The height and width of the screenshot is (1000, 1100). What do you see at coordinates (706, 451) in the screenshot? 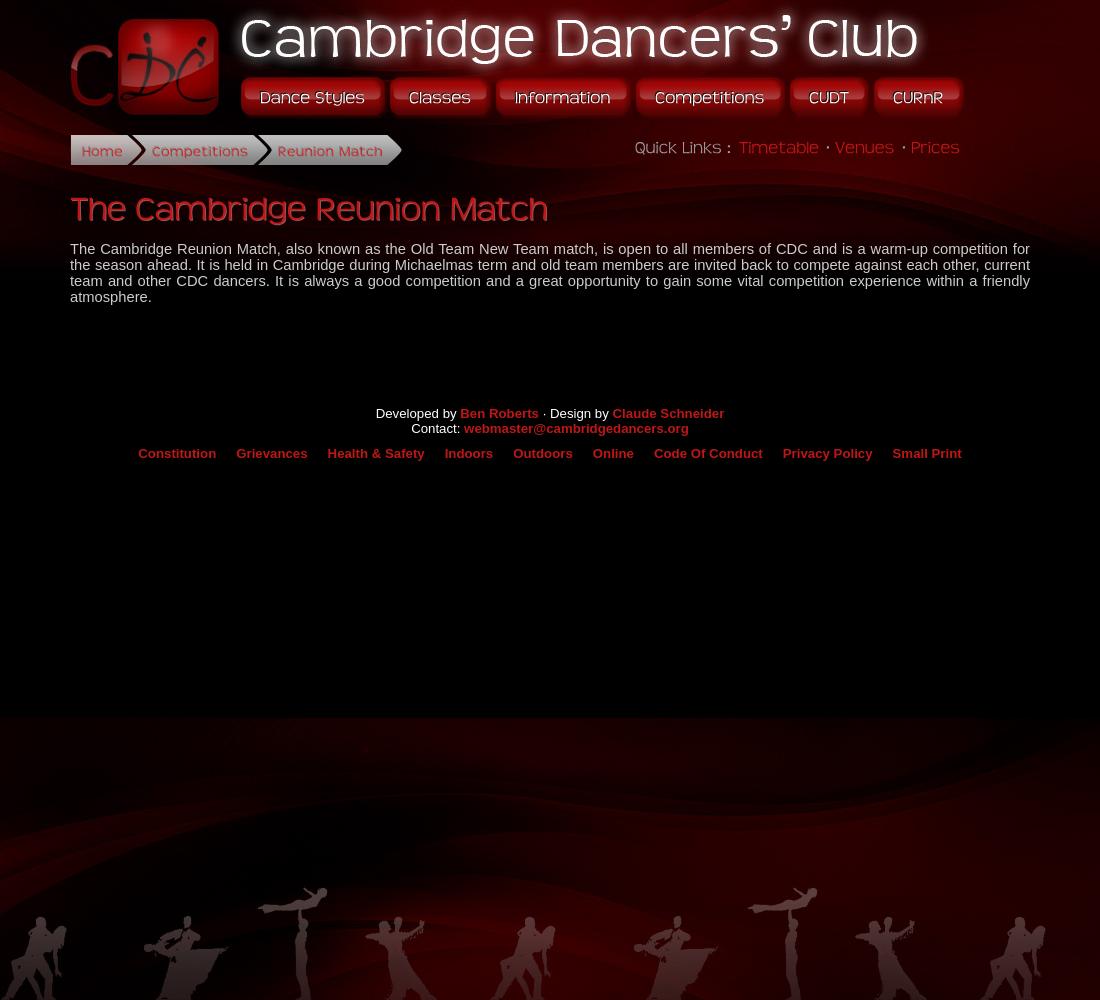
I see `'Code Of Conduct'` at bounding box center [706, 451].